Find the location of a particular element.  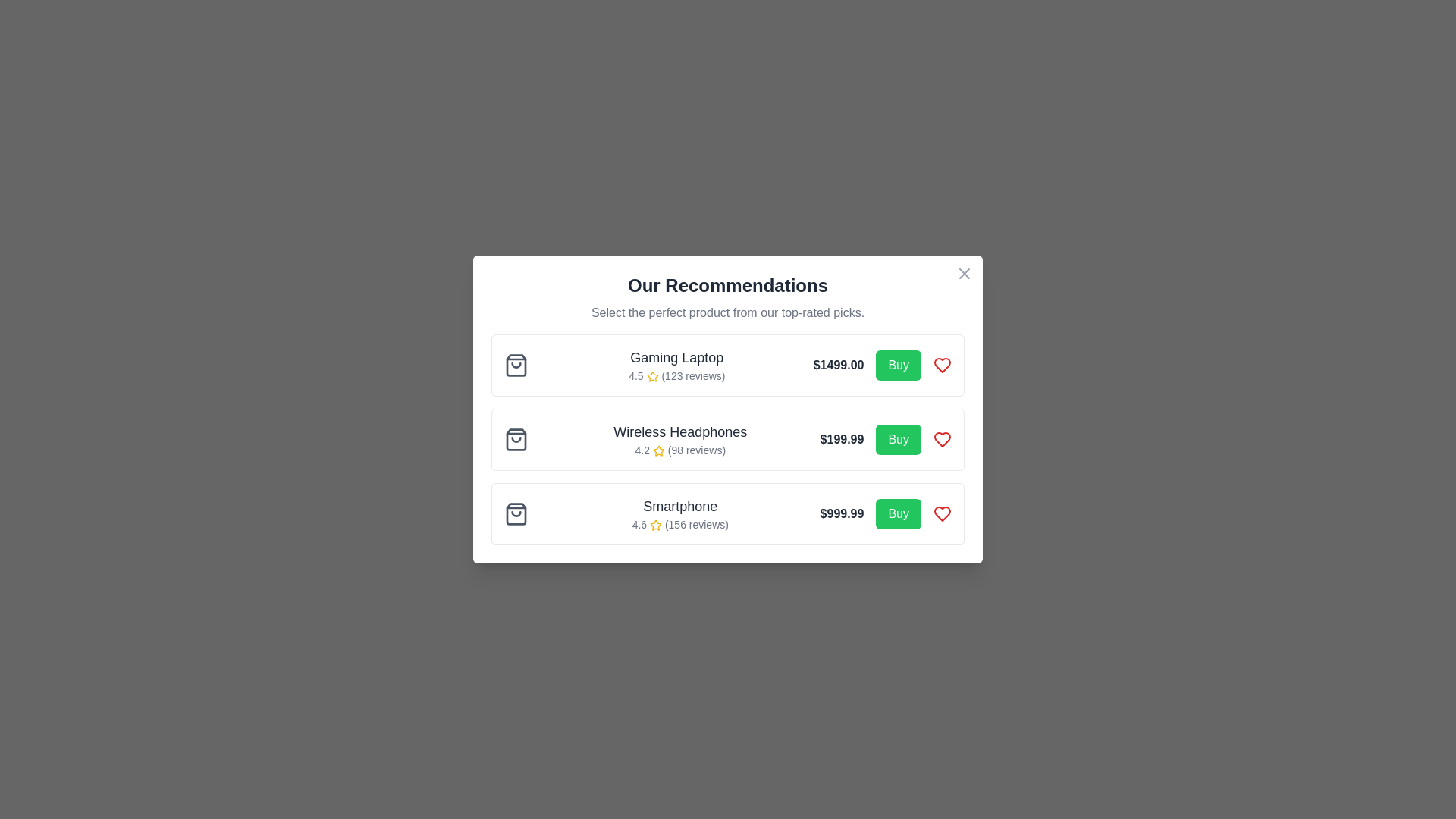

the purchase button for 'Wireless Headphones' to trigger its hover state is located at coordinates (899, 439).